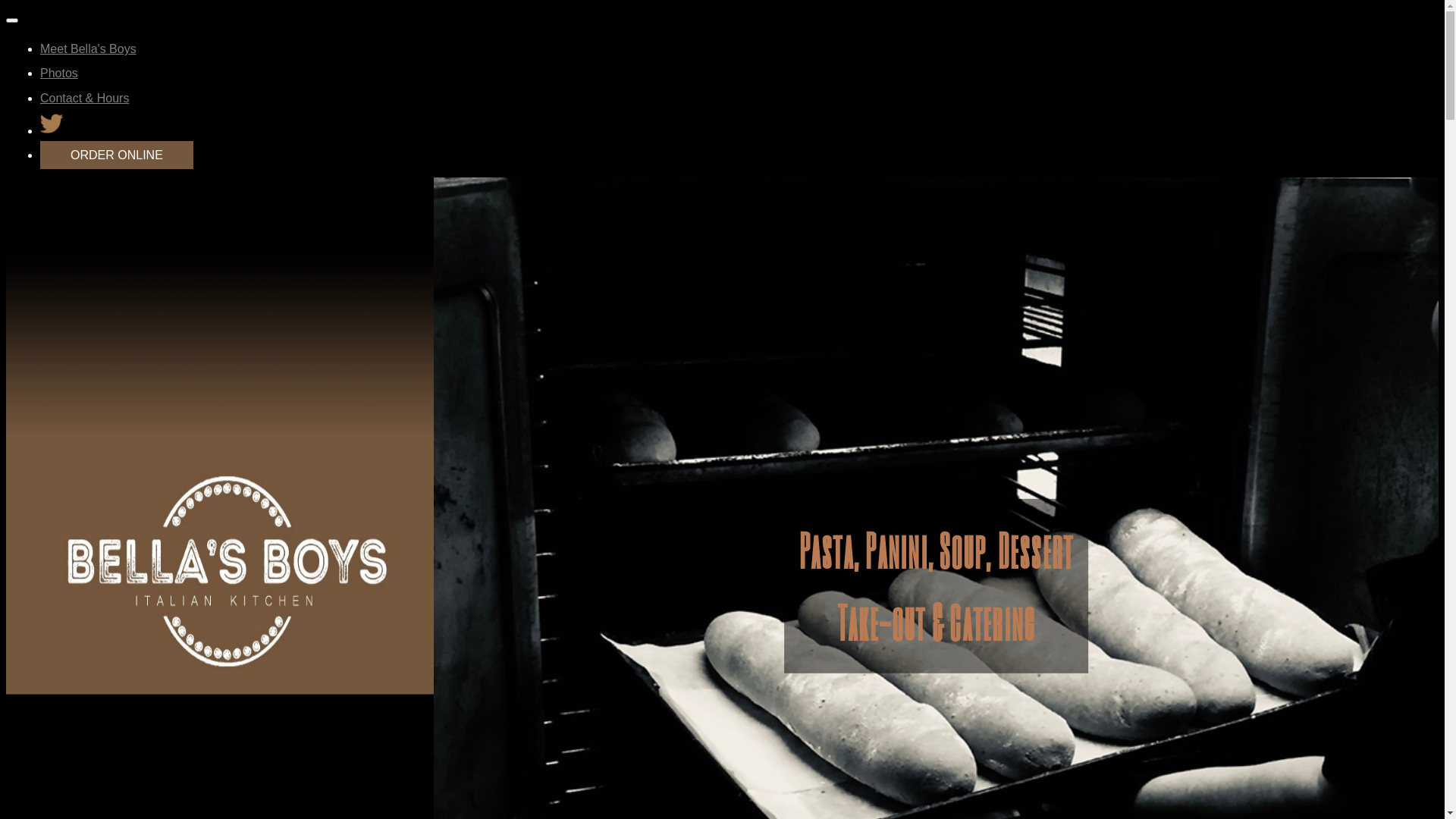 The height and width of the screenshot is (819, 1456). Describe the element at coordinates (58, 73) in the screenshot. I see `'Photos'` at that location.